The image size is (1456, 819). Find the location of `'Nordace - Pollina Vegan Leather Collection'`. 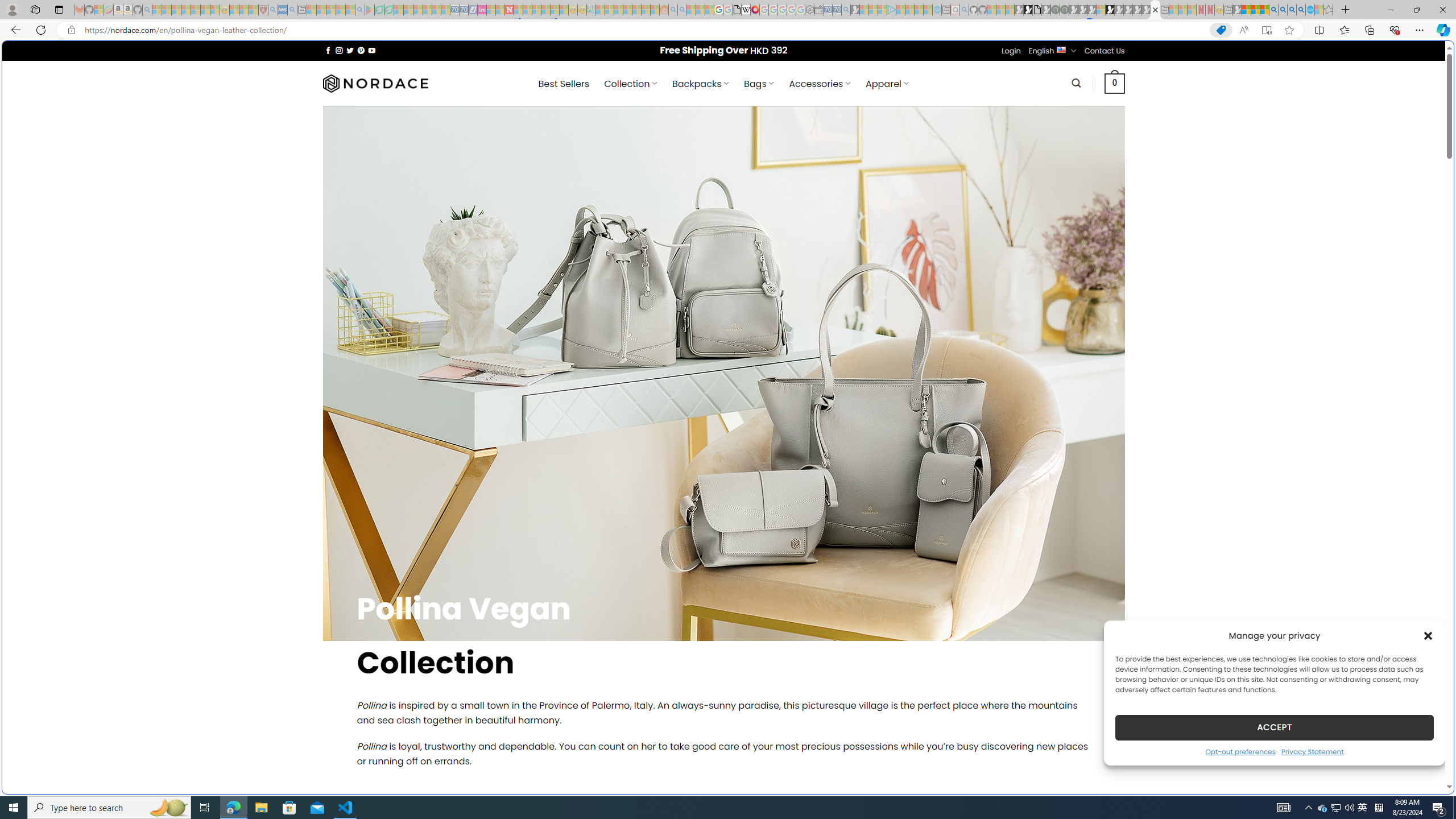

'Nordace - Pollina Vegan Leather Collection' is located at coordinates (1155, 9).